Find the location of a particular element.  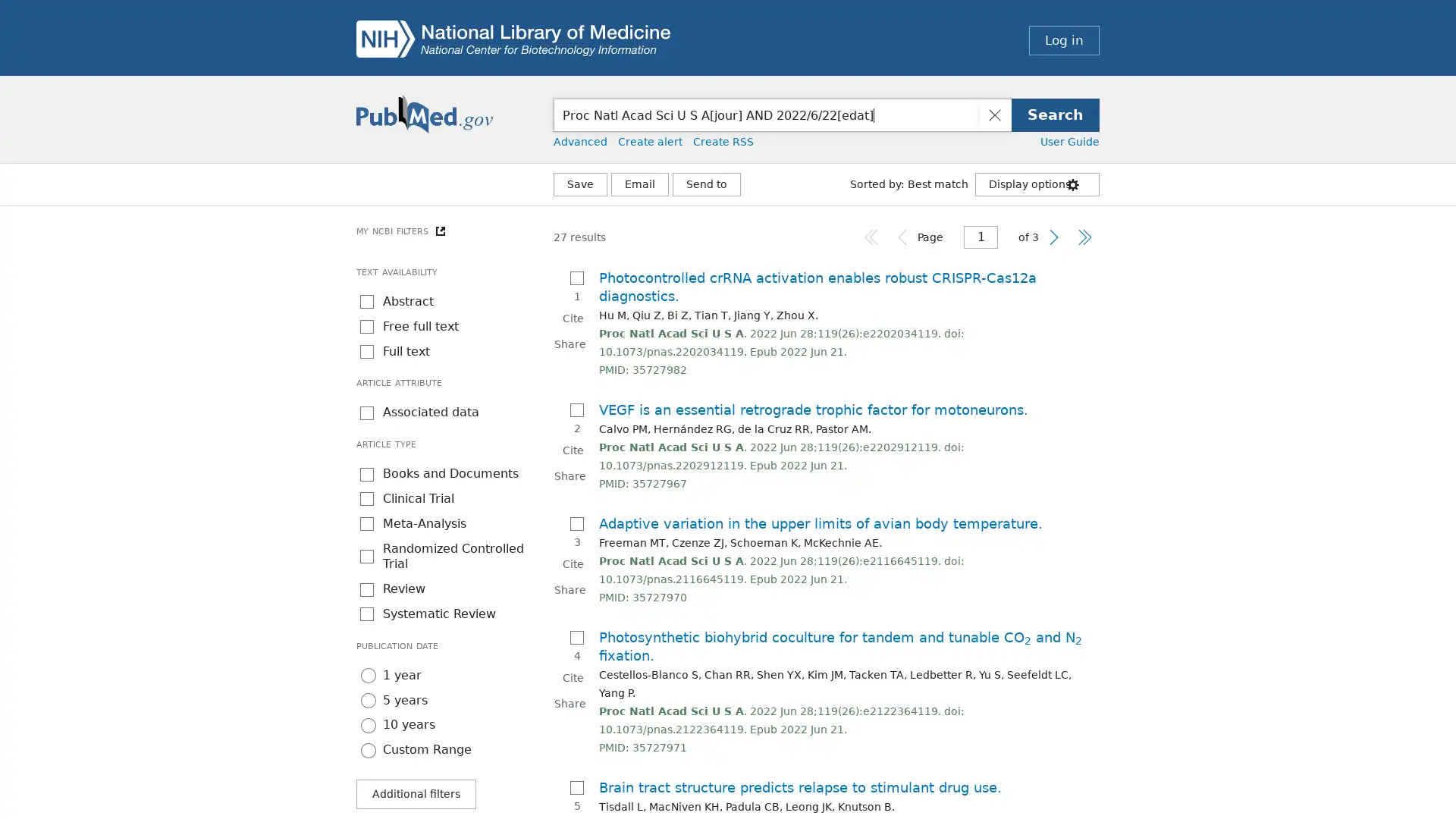

Email is located at coordinates (640, 184).